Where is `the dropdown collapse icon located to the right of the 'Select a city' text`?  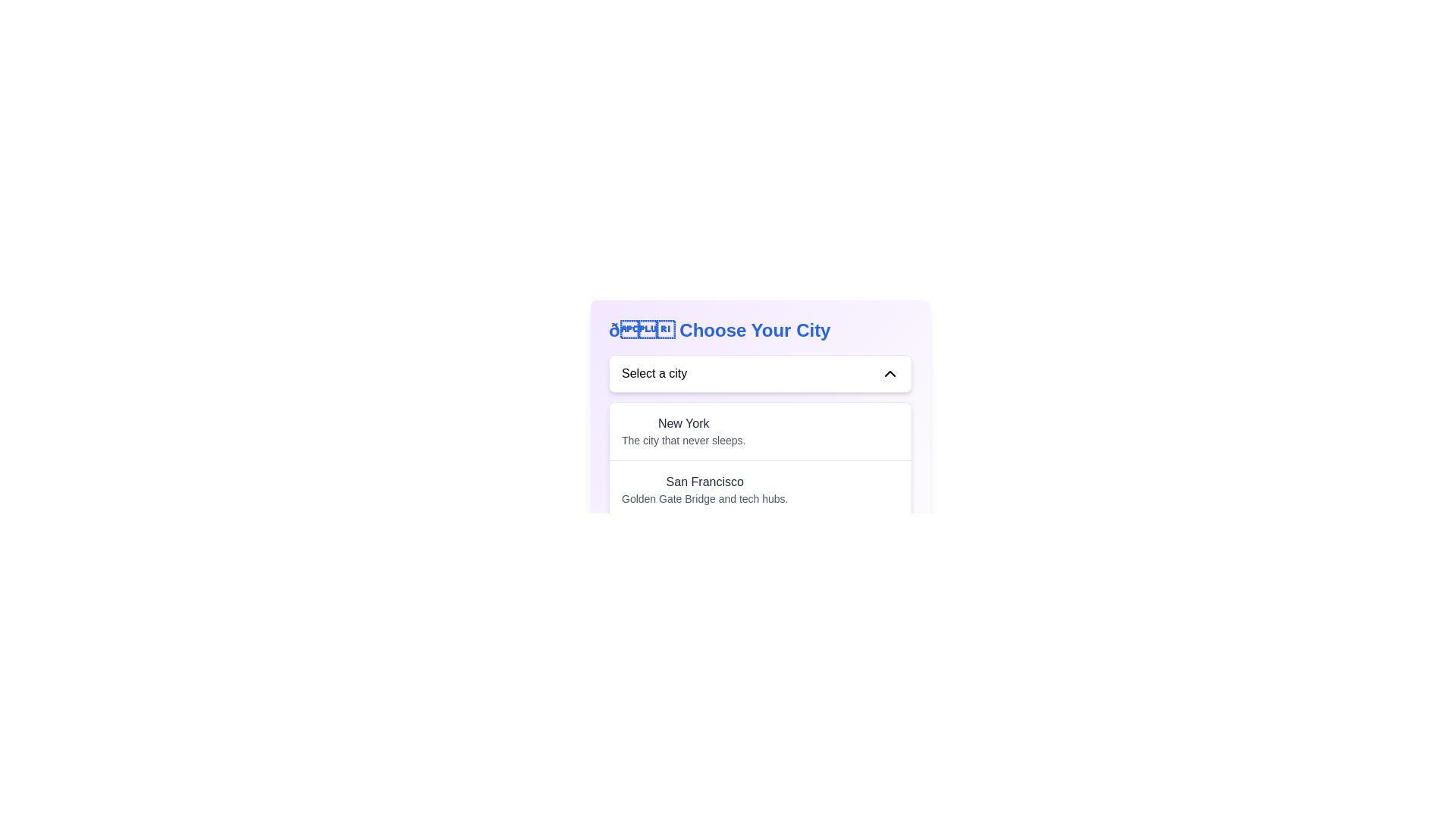 the dropdown collapse icon located to the right of the 'Select a city' text is located at coordinates (890, 374).